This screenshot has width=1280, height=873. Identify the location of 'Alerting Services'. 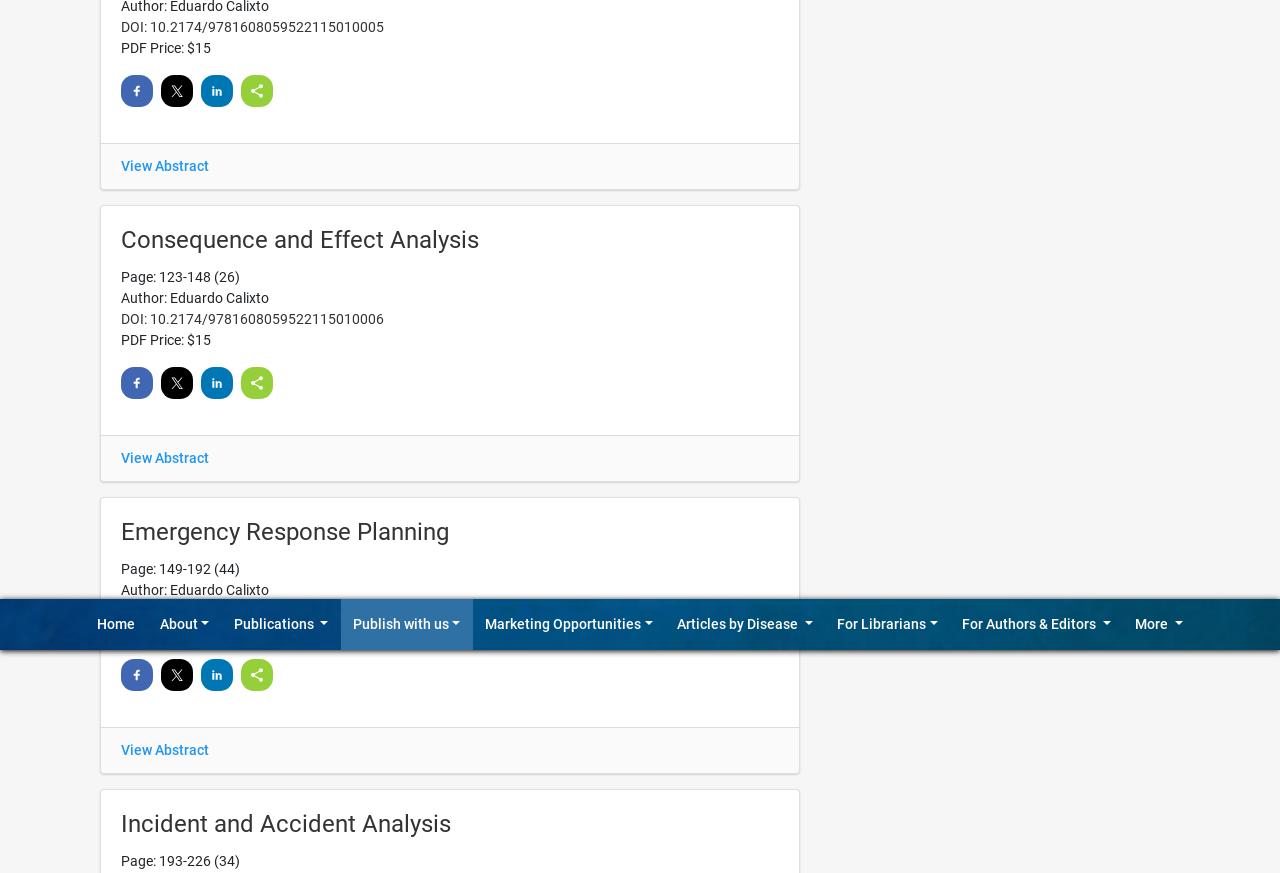
(964, 11).